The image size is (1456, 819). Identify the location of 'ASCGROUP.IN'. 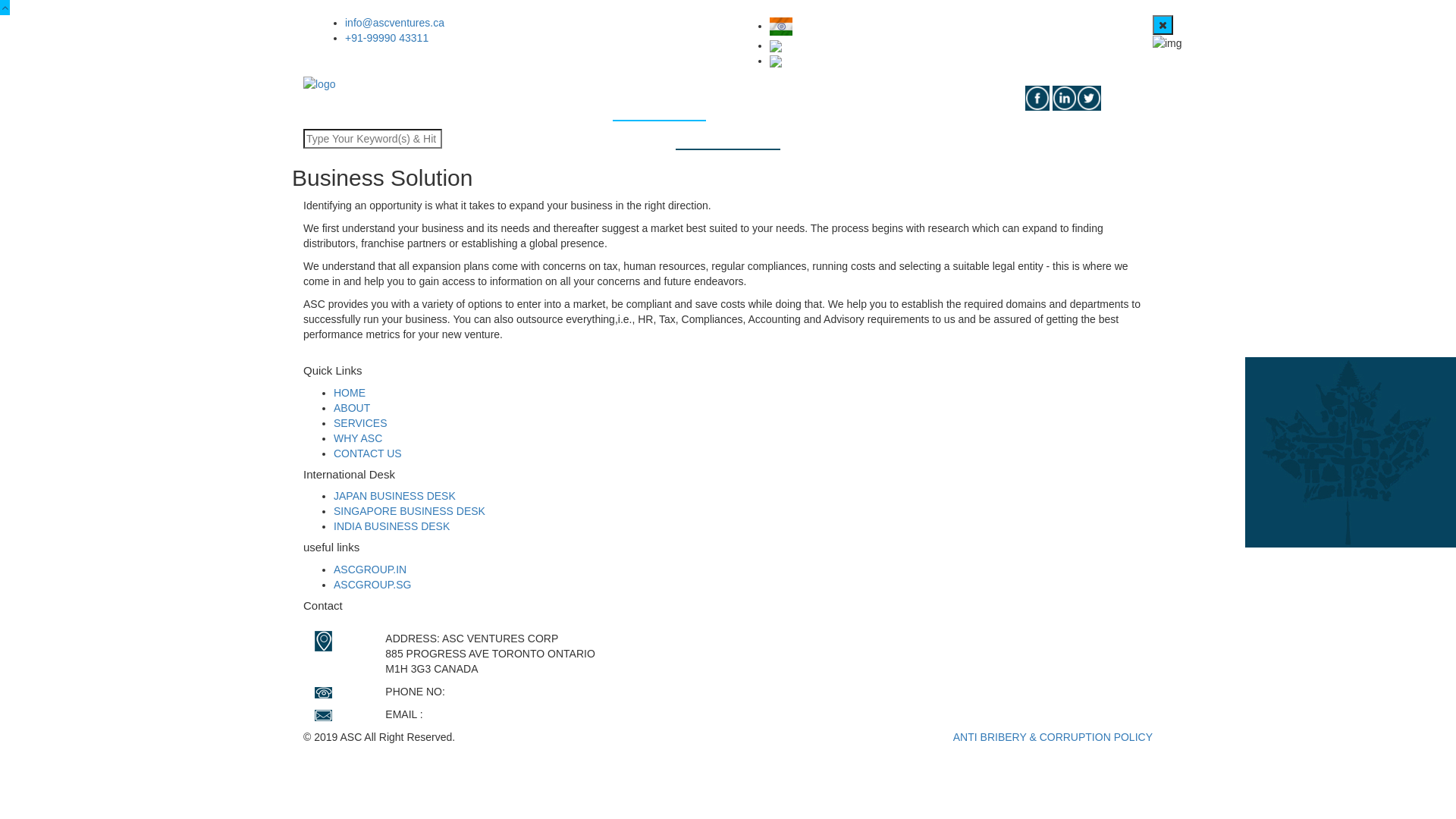
(370, 568).